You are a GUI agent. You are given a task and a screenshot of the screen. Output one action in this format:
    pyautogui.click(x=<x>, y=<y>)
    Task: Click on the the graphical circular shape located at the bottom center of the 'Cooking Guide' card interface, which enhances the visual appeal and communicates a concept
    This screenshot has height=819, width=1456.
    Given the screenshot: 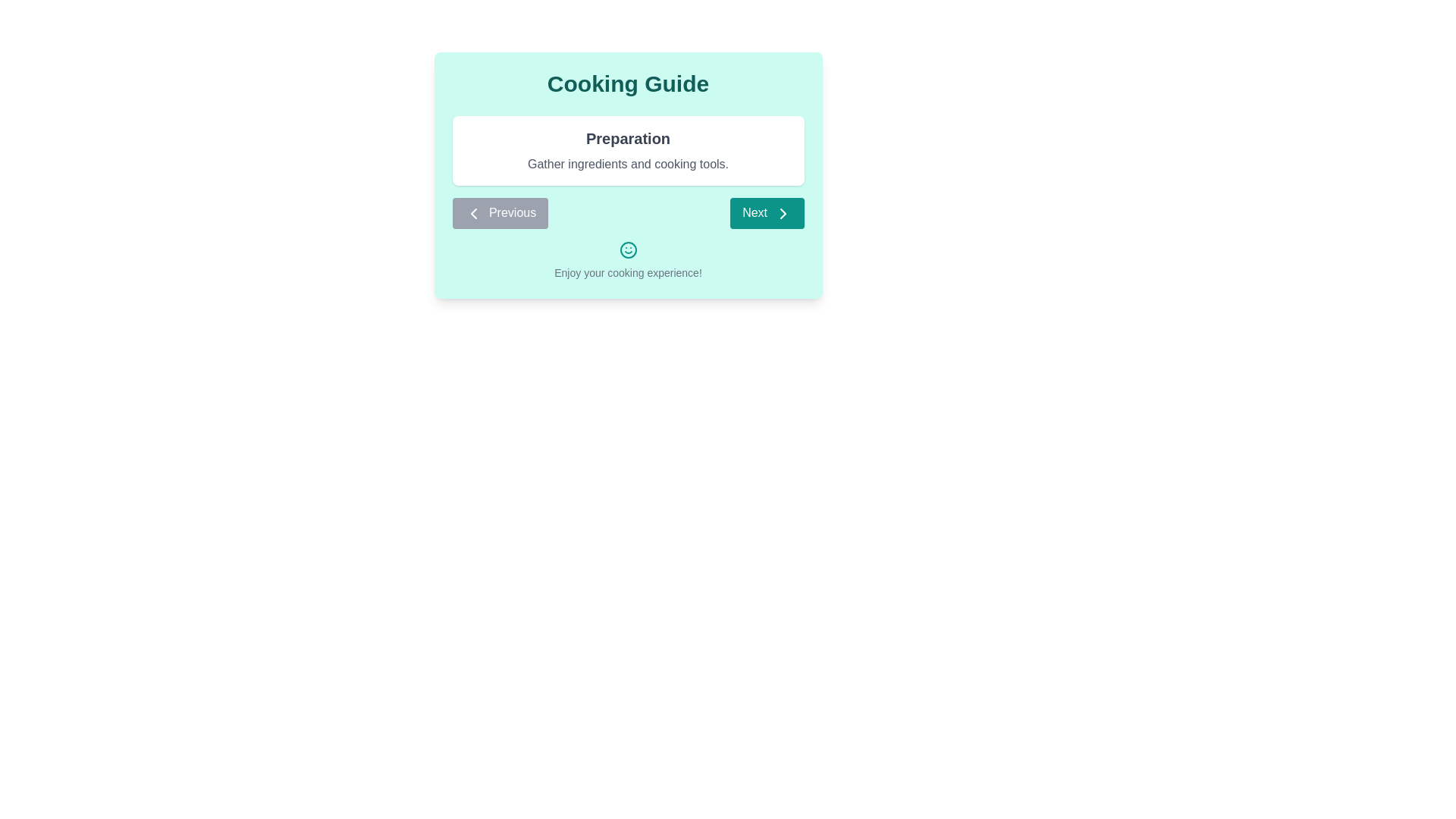 What is the action you would take?
    pyautogui.click(x=628, y=249)
    